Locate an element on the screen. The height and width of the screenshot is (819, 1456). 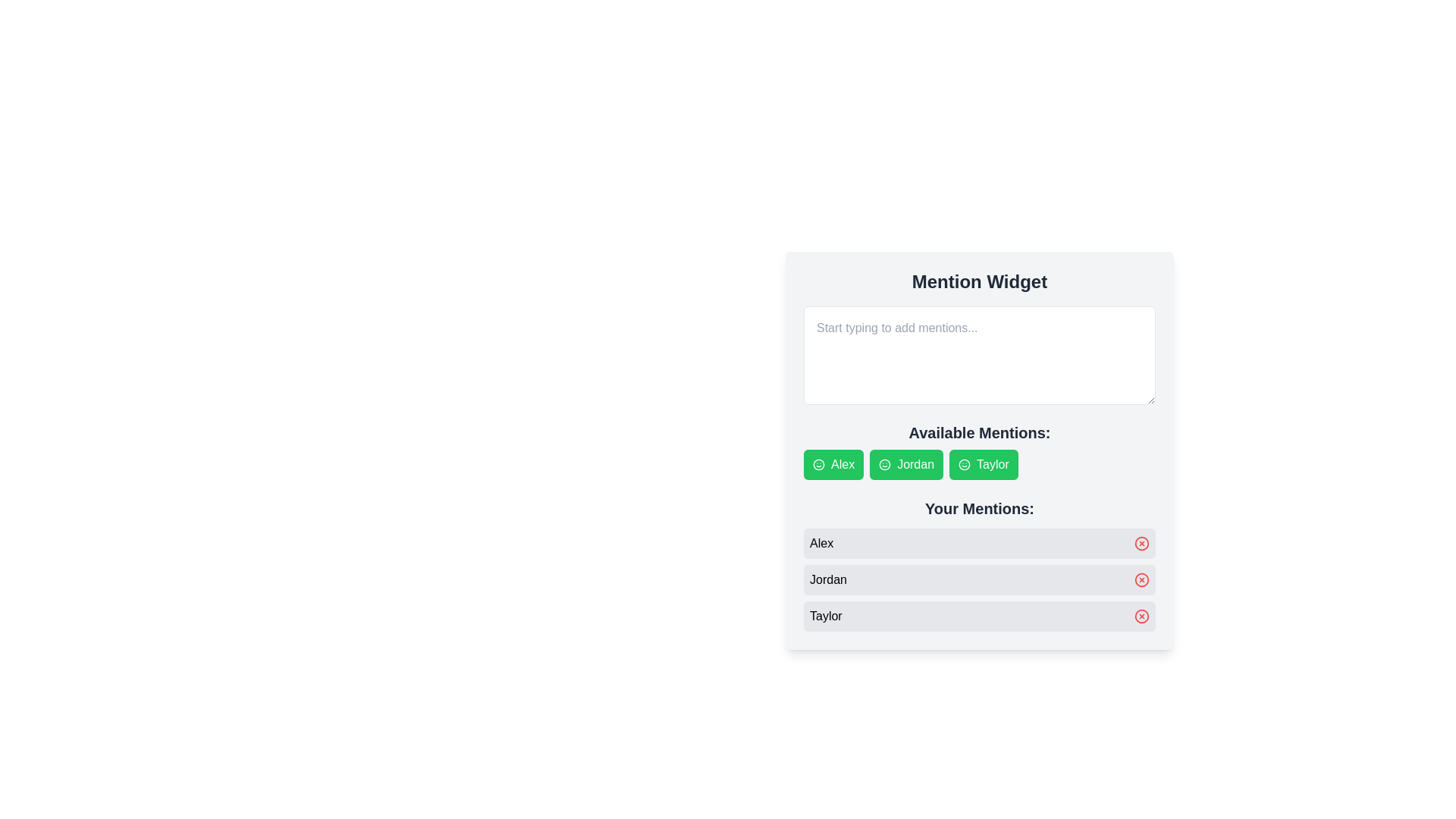
the Static Text Label displaying 'Available Mentions:' which is styled prominently with bold and larger font, located above the green buttons 'Alex', 'Jordan', and 'Taylor' is located at coordinates (979, 432).